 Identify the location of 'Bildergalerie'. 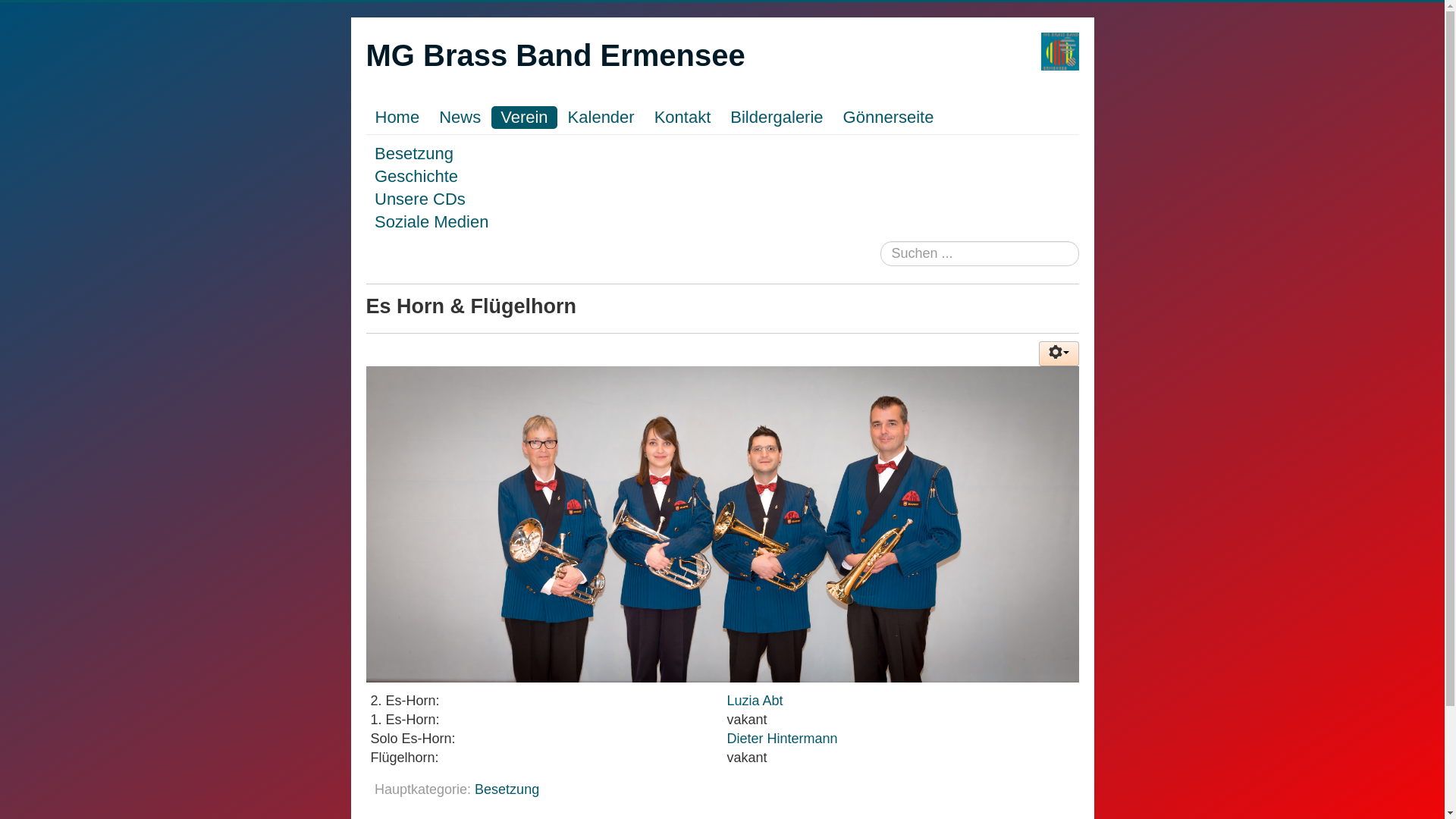
(776, 116).